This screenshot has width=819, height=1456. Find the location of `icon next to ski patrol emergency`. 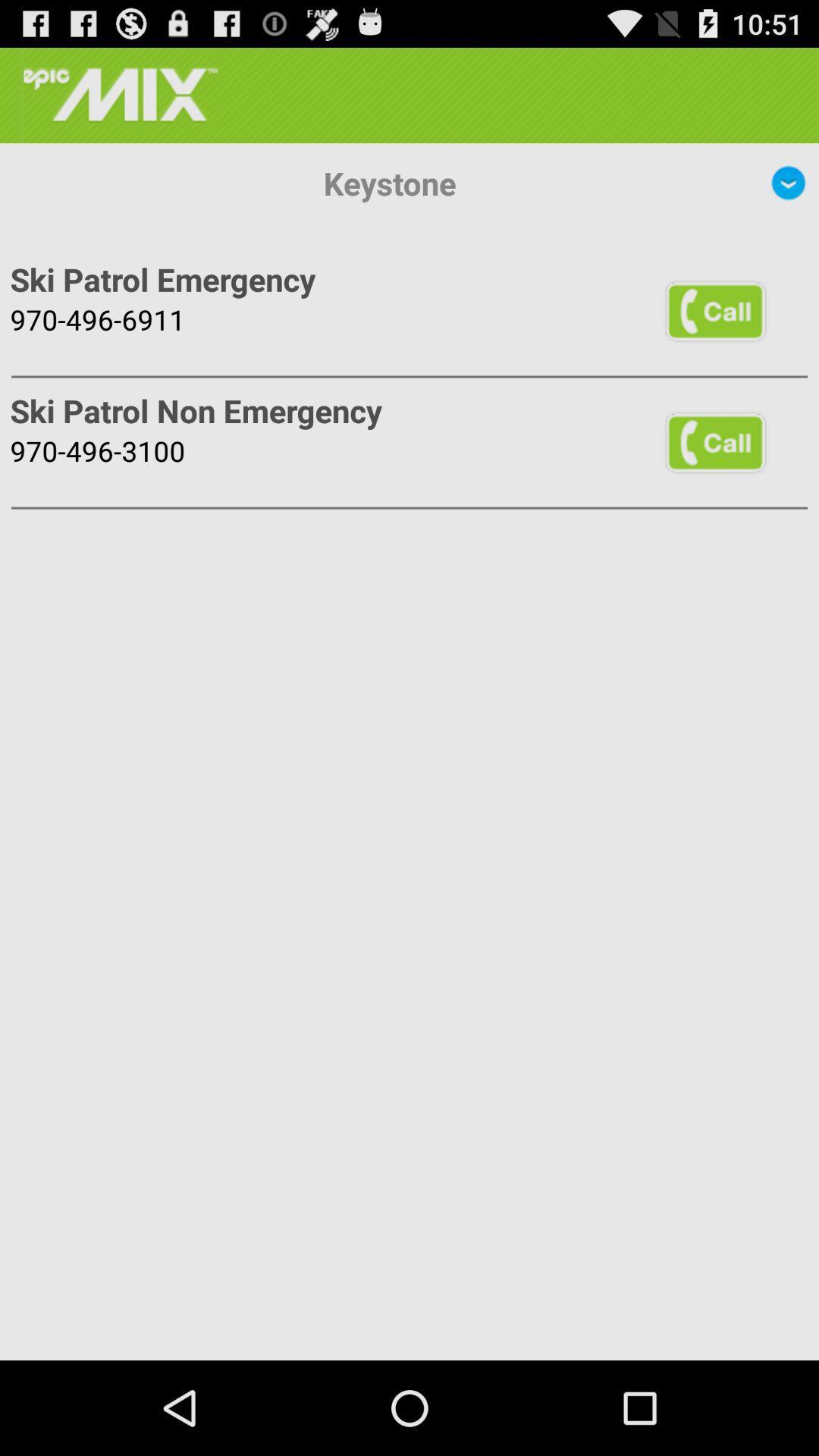

icon next to ski patrol emergency is located at coordinates (715, 309).